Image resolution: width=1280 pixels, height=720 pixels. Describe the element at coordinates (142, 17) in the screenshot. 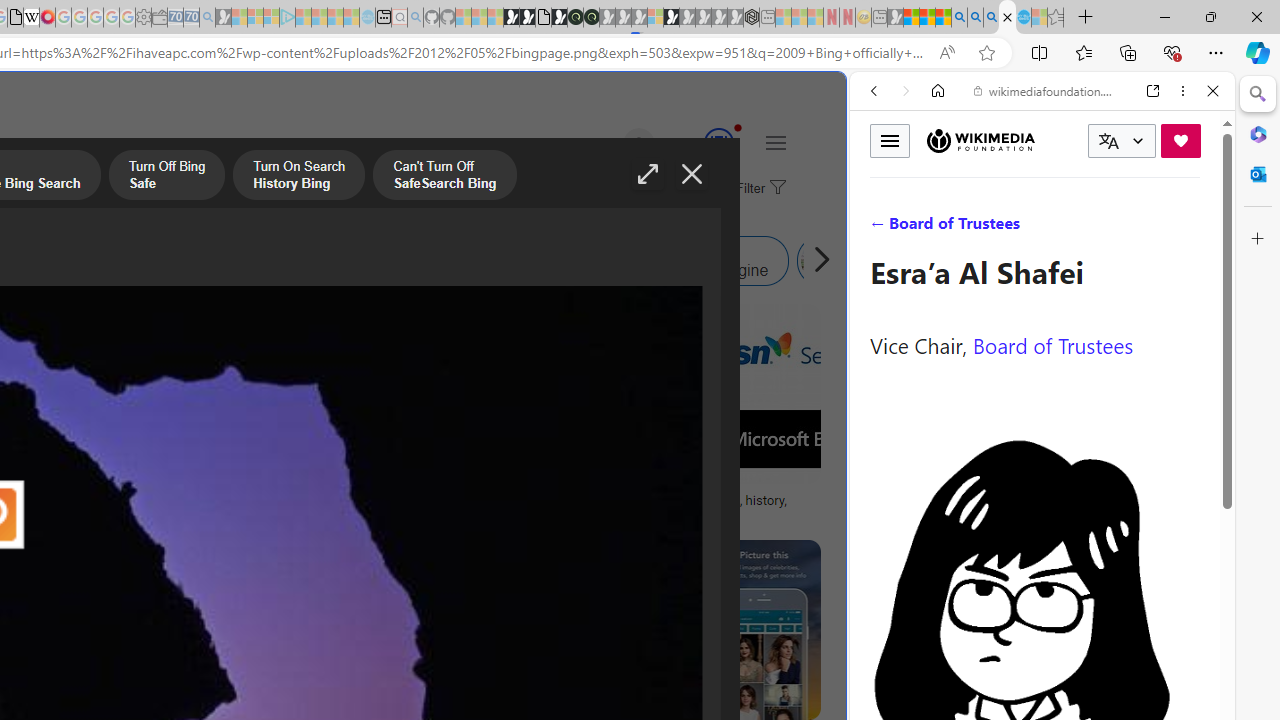

I see `'Settings - Sleeping'` at that location.